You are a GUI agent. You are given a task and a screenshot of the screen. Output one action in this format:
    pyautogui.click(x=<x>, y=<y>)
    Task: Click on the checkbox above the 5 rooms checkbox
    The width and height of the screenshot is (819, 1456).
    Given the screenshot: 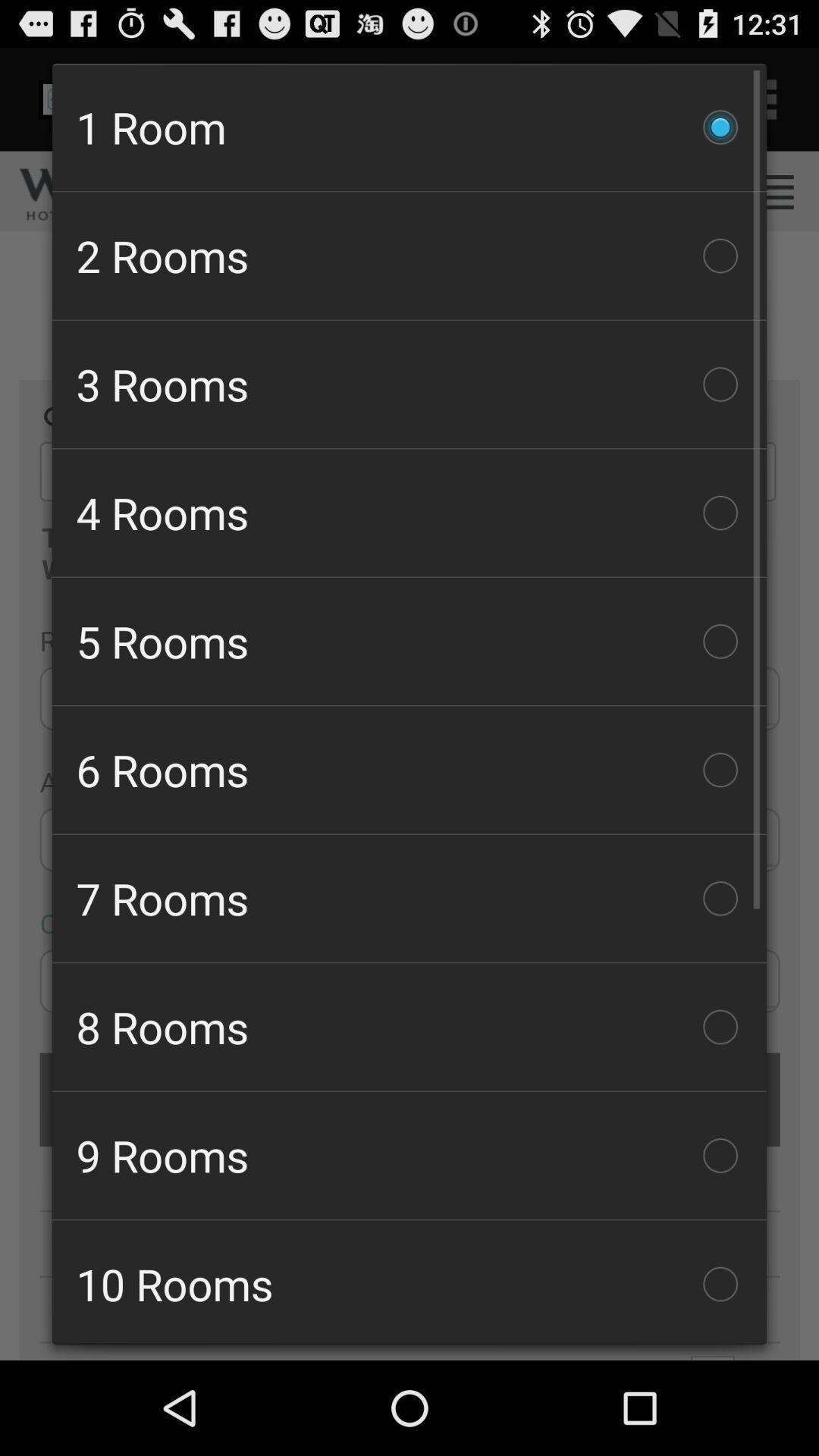 What is the action you would take?
    pyautogui.click(x=409, y=513)
    